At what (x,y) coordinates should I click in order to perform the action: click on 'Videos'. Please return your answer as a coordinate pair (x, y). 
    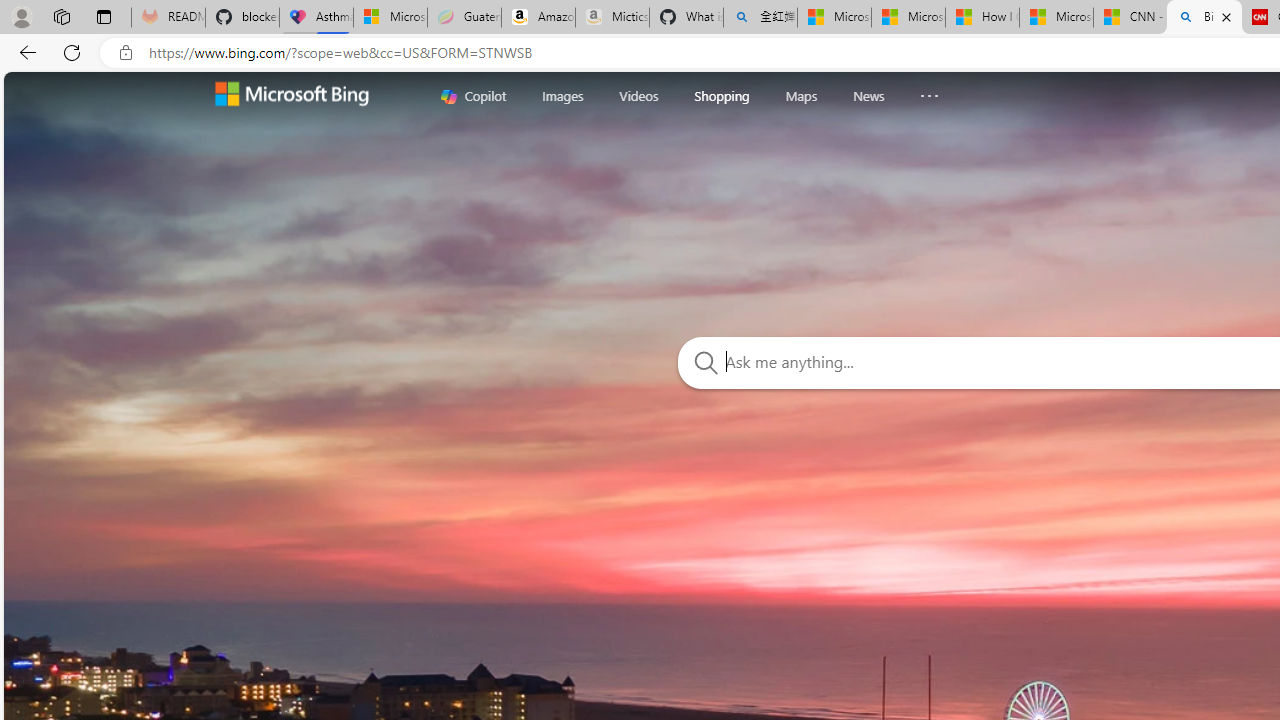
    Looking at the image, I should click on (638, 95).